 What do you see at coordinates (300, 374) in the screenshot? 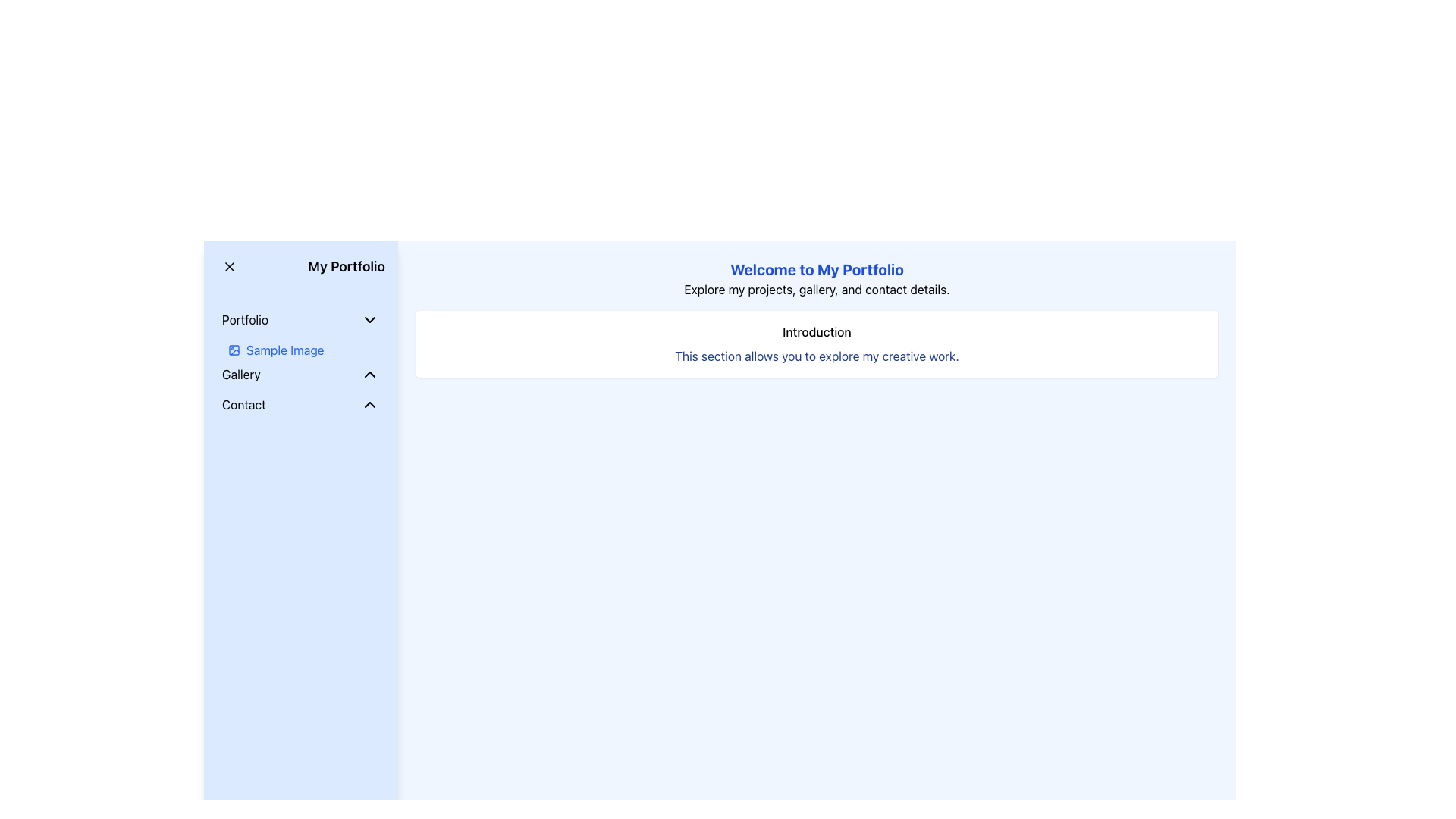
I see `the 'Gallery' interactive list item` at bounding box center [300, 374].